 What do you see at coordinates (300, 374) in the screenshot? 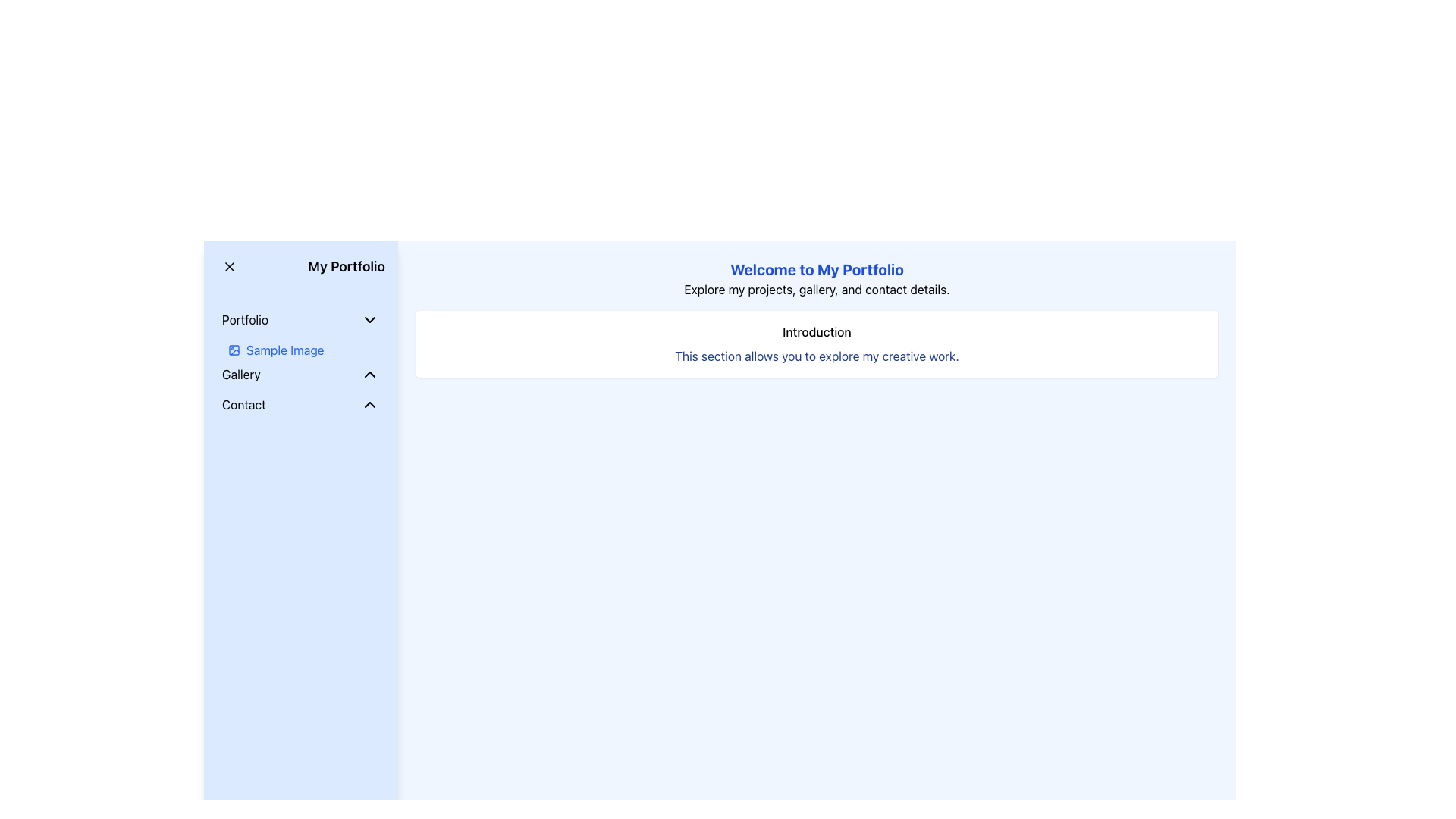
I see `the 'Gallery' interactive list item` at bounding box center [300, 374].